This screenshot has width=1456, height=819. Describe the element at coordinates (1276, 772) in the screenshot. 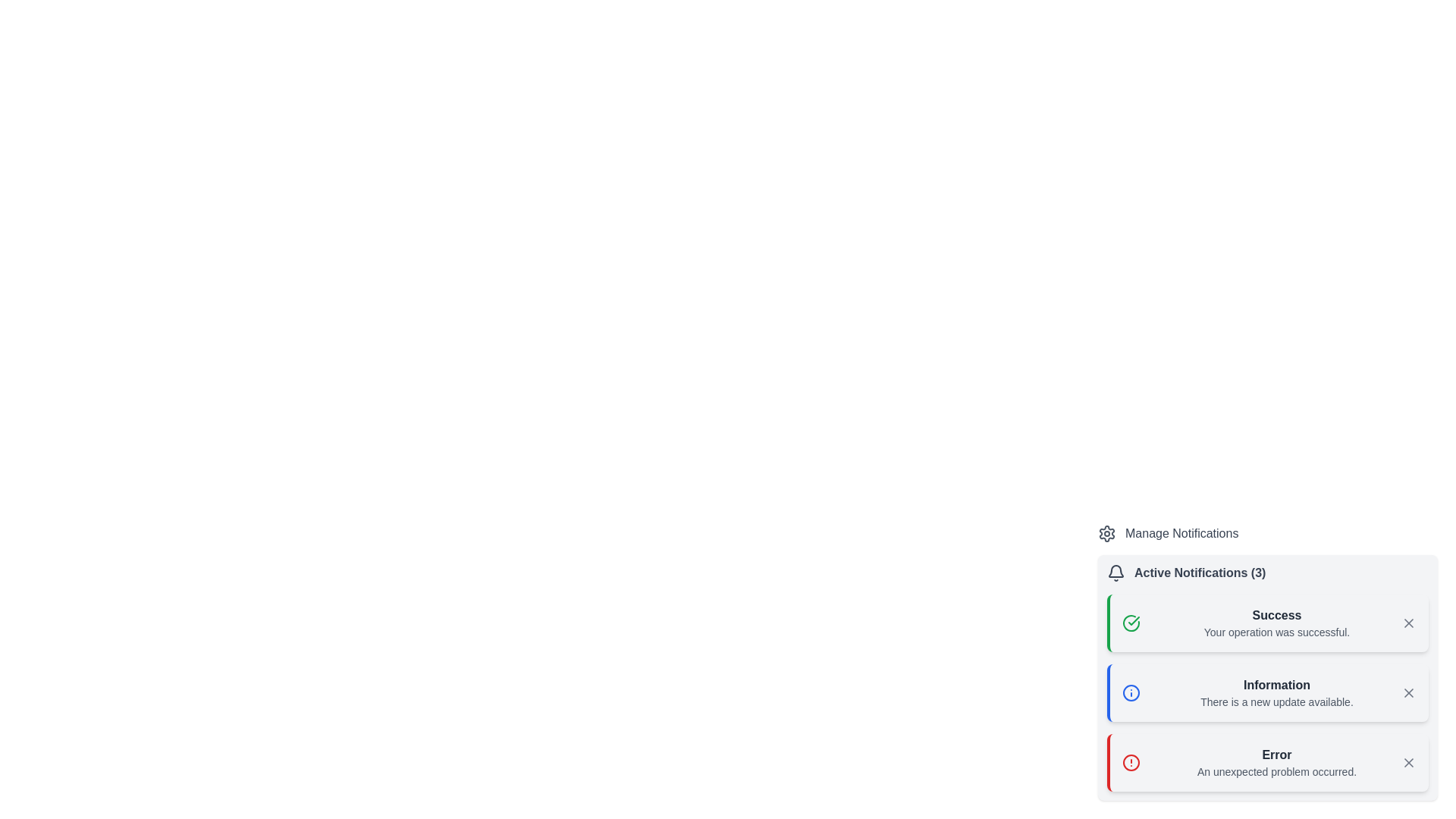

I see `the error message text label located directly beneath the 'Error' header in the notification area` at that location.